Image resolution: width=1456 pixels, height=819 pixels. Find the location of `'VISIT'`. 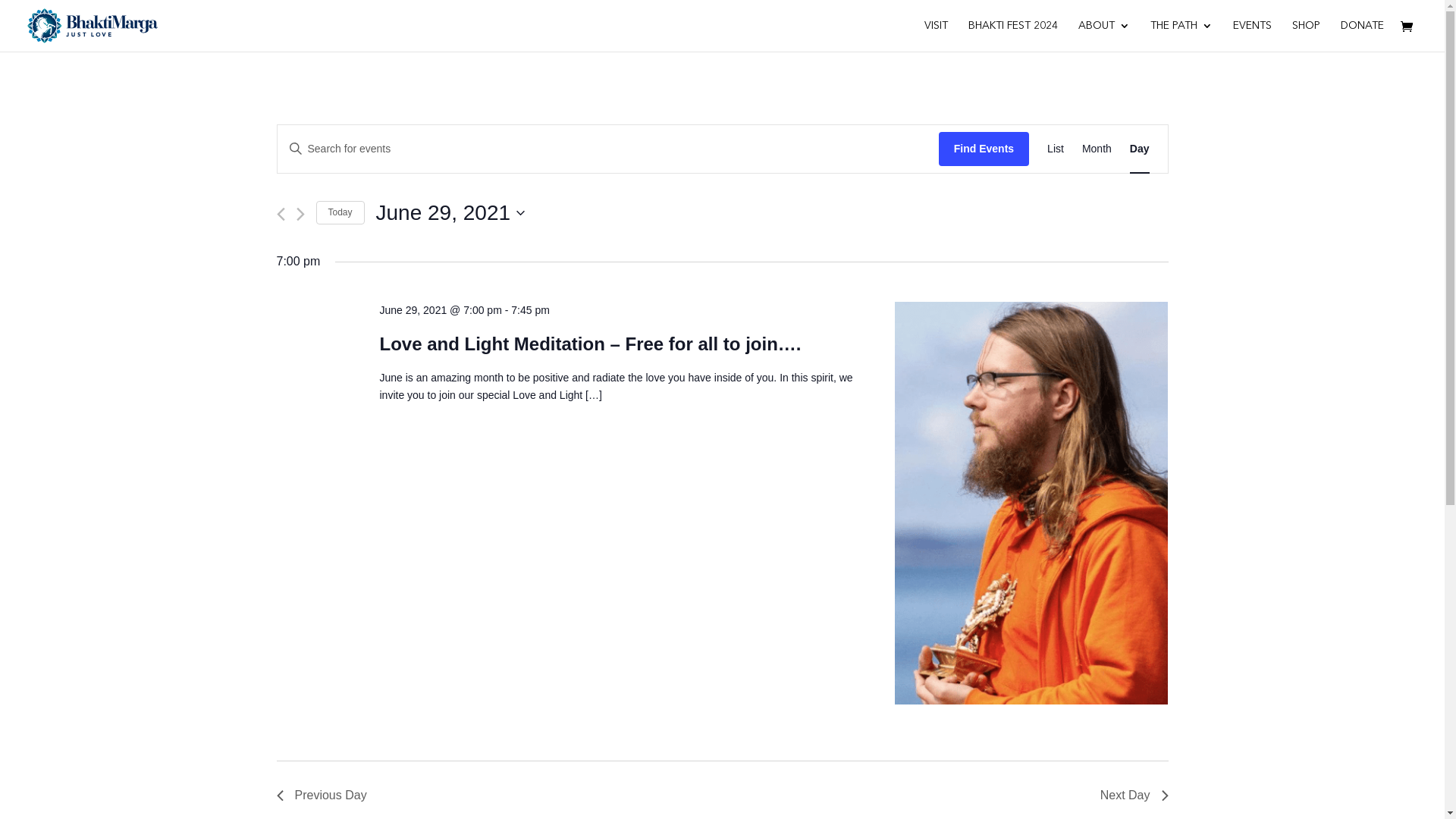

'VISIT' is located at coordinates (935, 35).